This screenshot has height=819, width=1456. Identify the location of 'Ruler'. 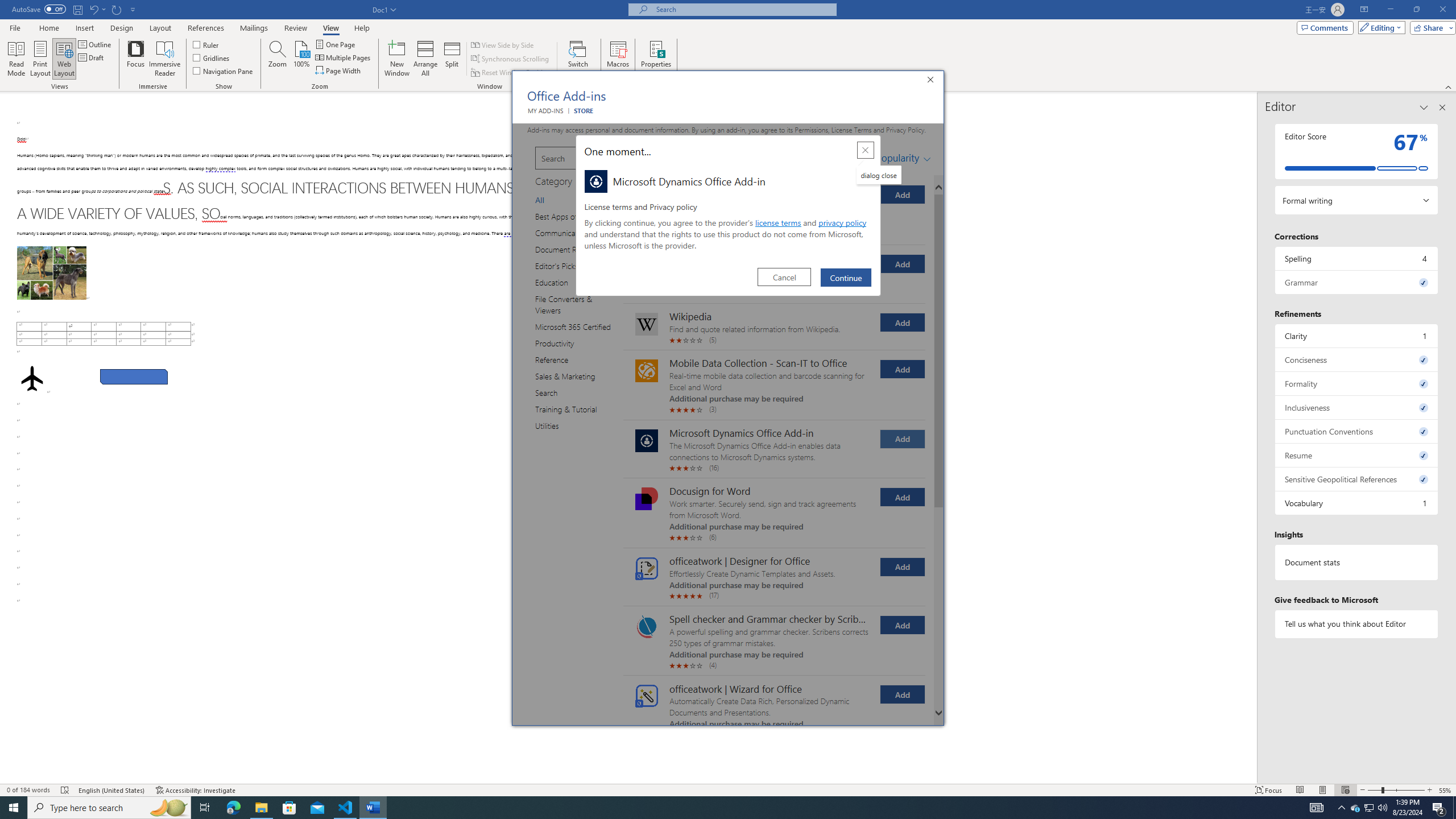
(206, 44).